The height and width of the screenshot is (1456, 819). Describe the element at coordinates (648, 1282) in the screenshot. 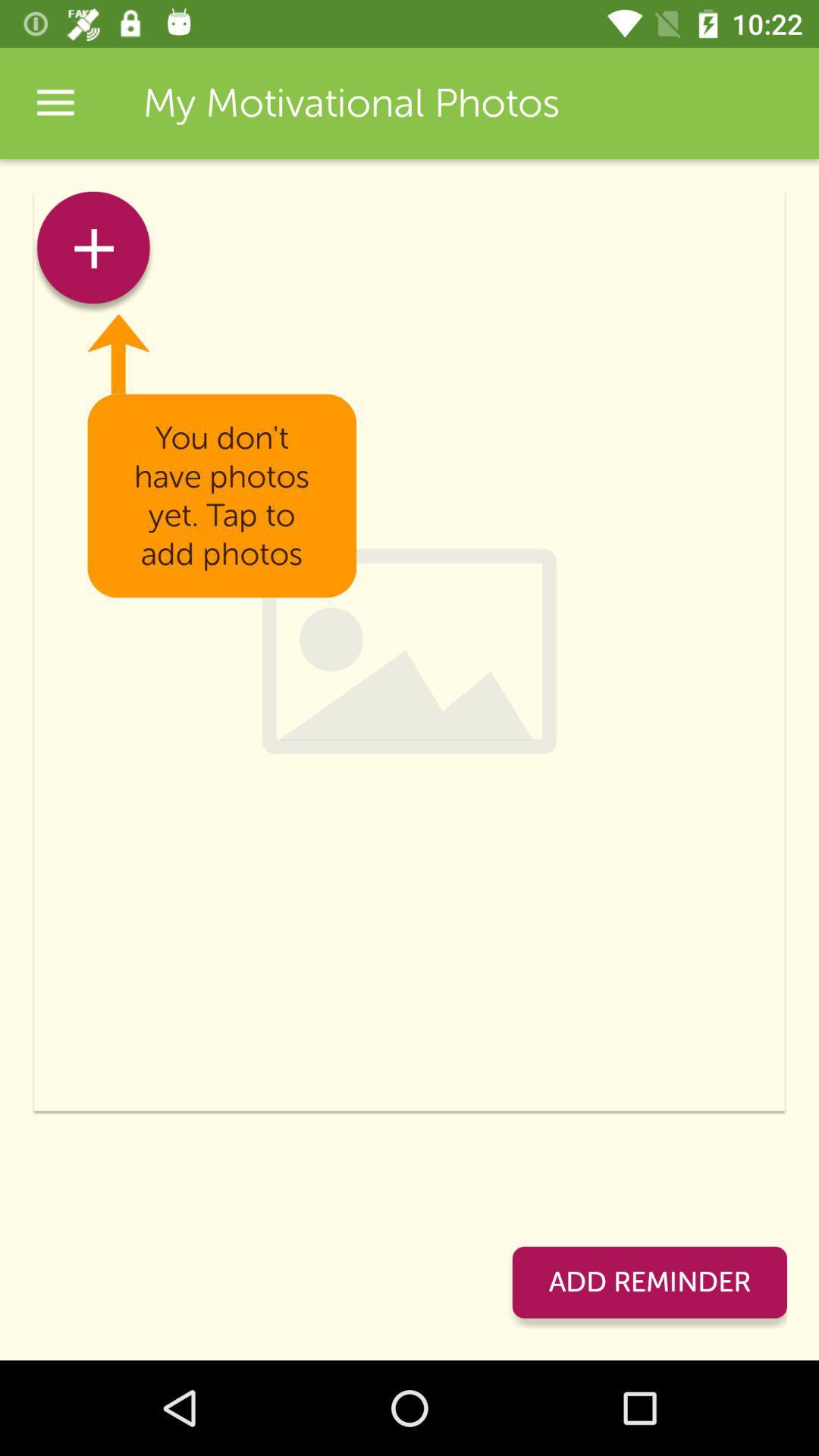

I see `item at the bottom right corner` at that location.